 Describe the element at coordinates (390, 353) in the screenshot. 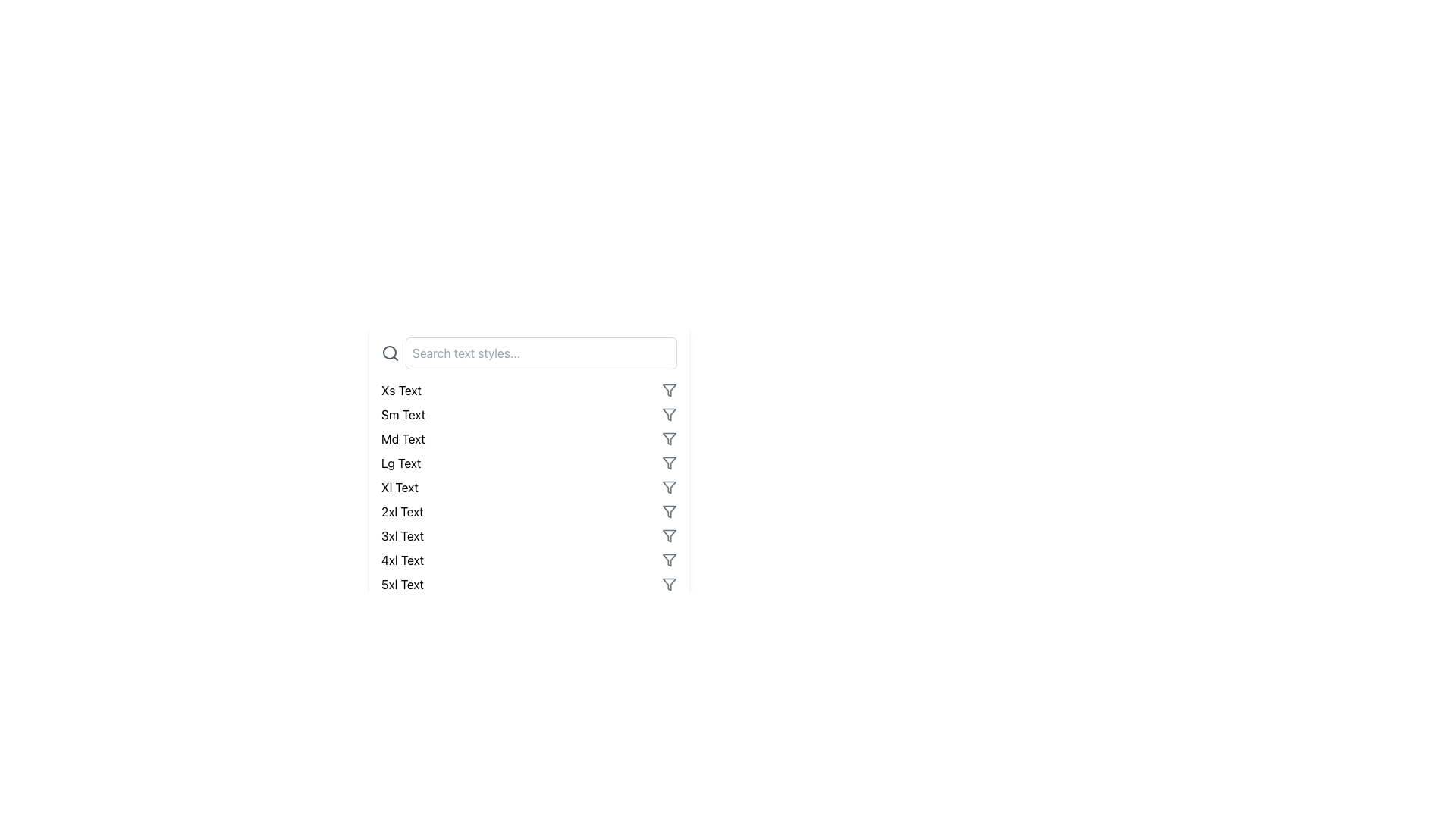

I see `the search icon located in the top-left corner of the search bar, which signifies the search functionality for the input field labeled 'Search text styles...'` at that location.